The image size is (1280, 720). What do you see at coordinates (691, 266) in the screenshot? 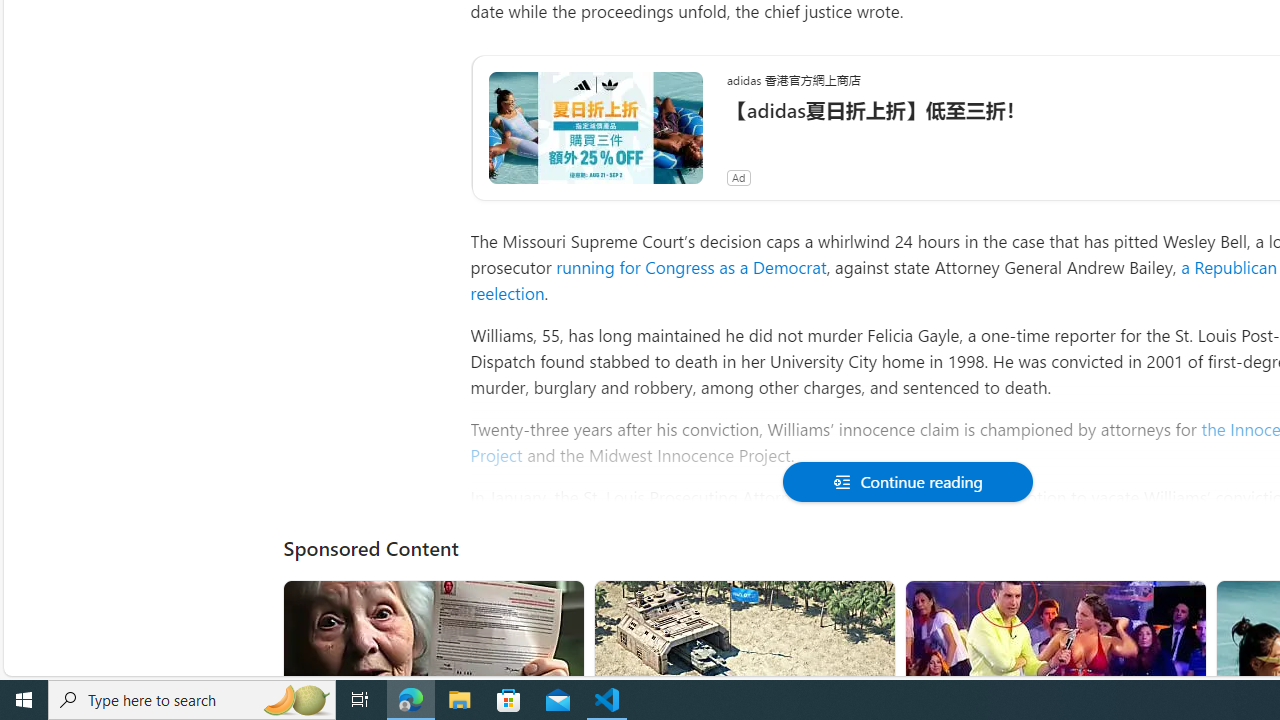
I see `'running for Congress as a Democrat'` at bounding box center [691, 266].